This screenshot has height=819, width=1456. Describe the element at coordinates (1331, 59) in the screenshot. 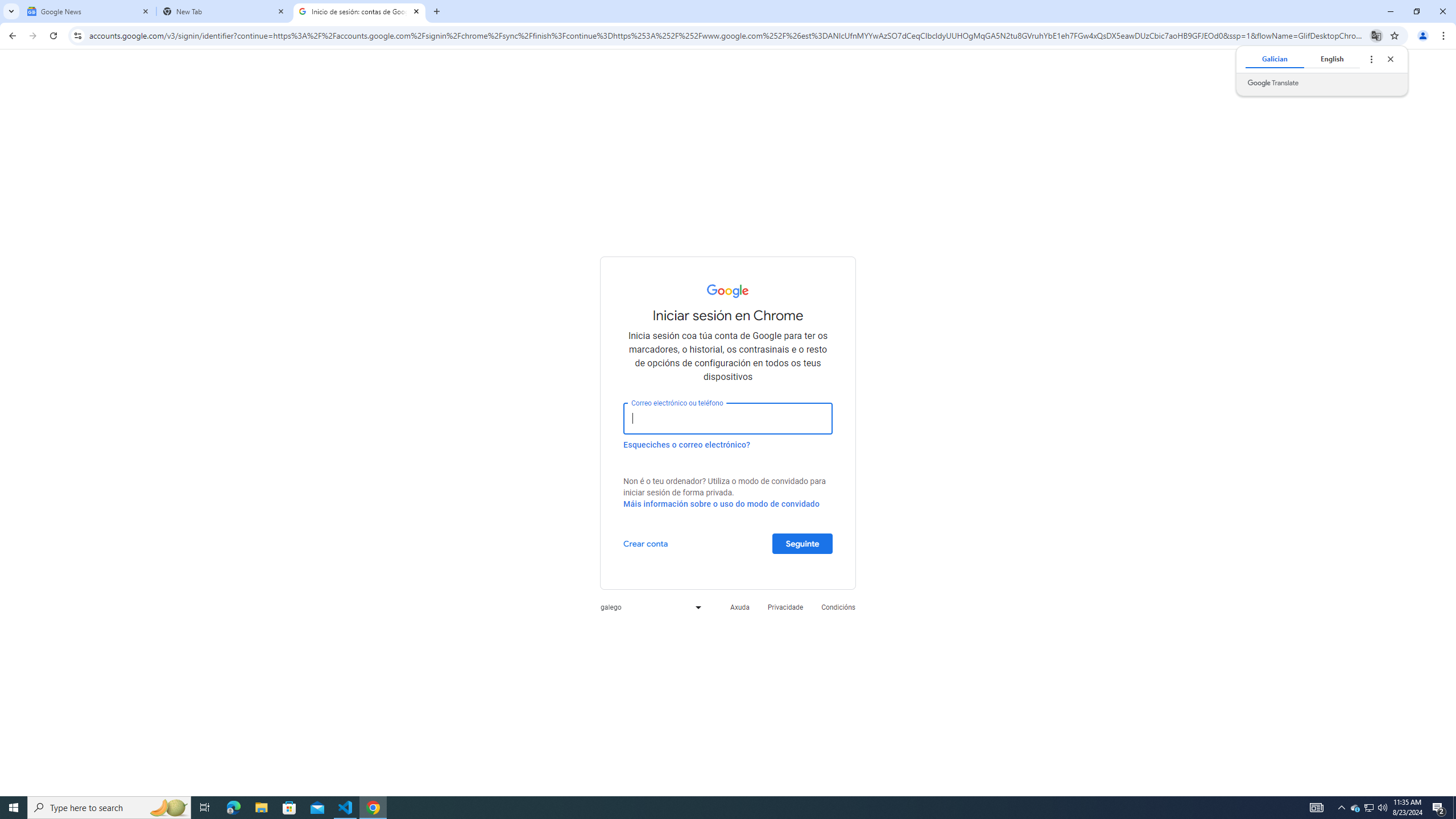

I see `'English'` at that location.